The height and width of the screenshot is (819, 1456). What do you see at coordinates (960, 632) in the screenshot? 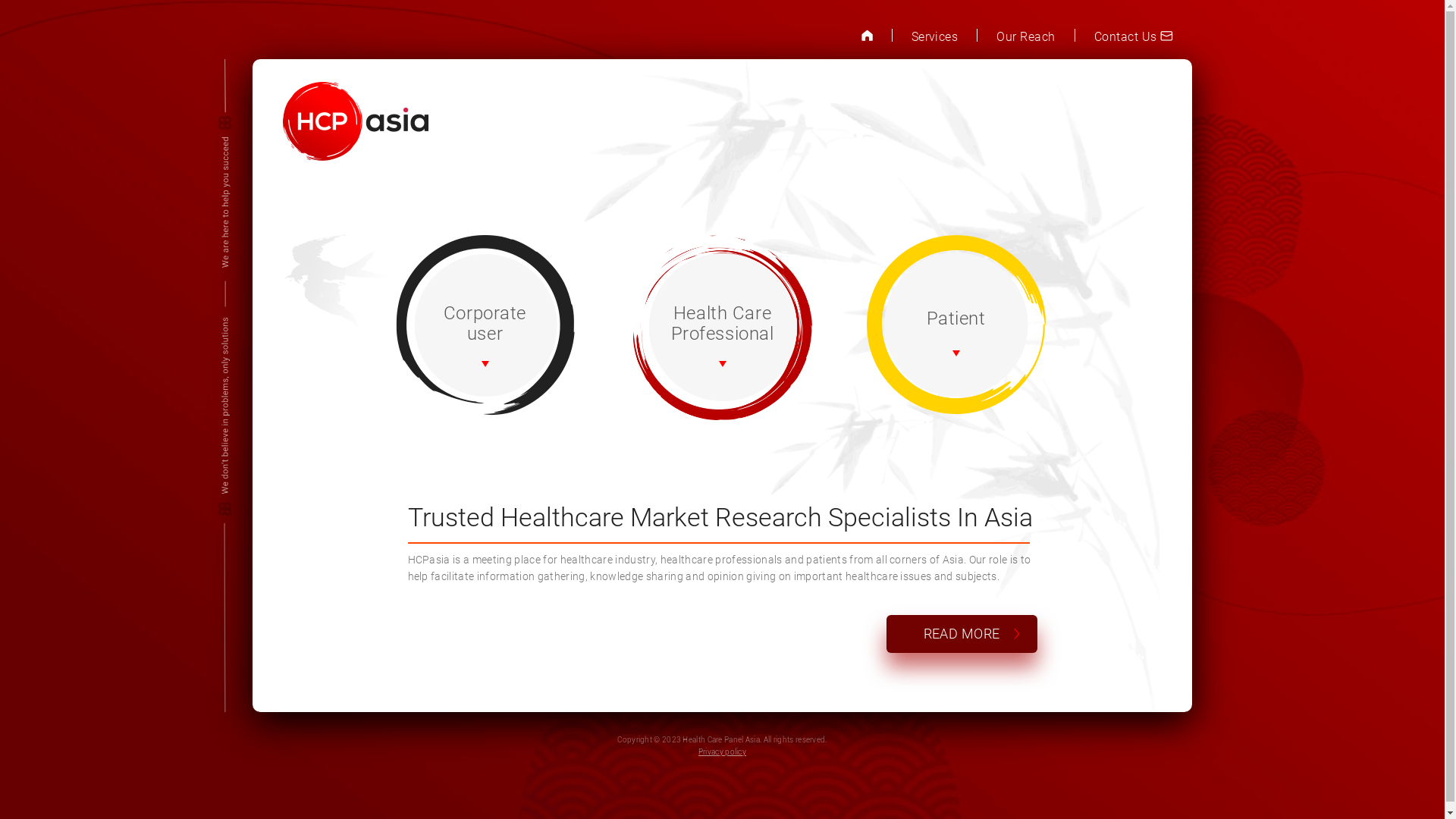
I see `'READ MORE'` at bounding box center [960, 632].